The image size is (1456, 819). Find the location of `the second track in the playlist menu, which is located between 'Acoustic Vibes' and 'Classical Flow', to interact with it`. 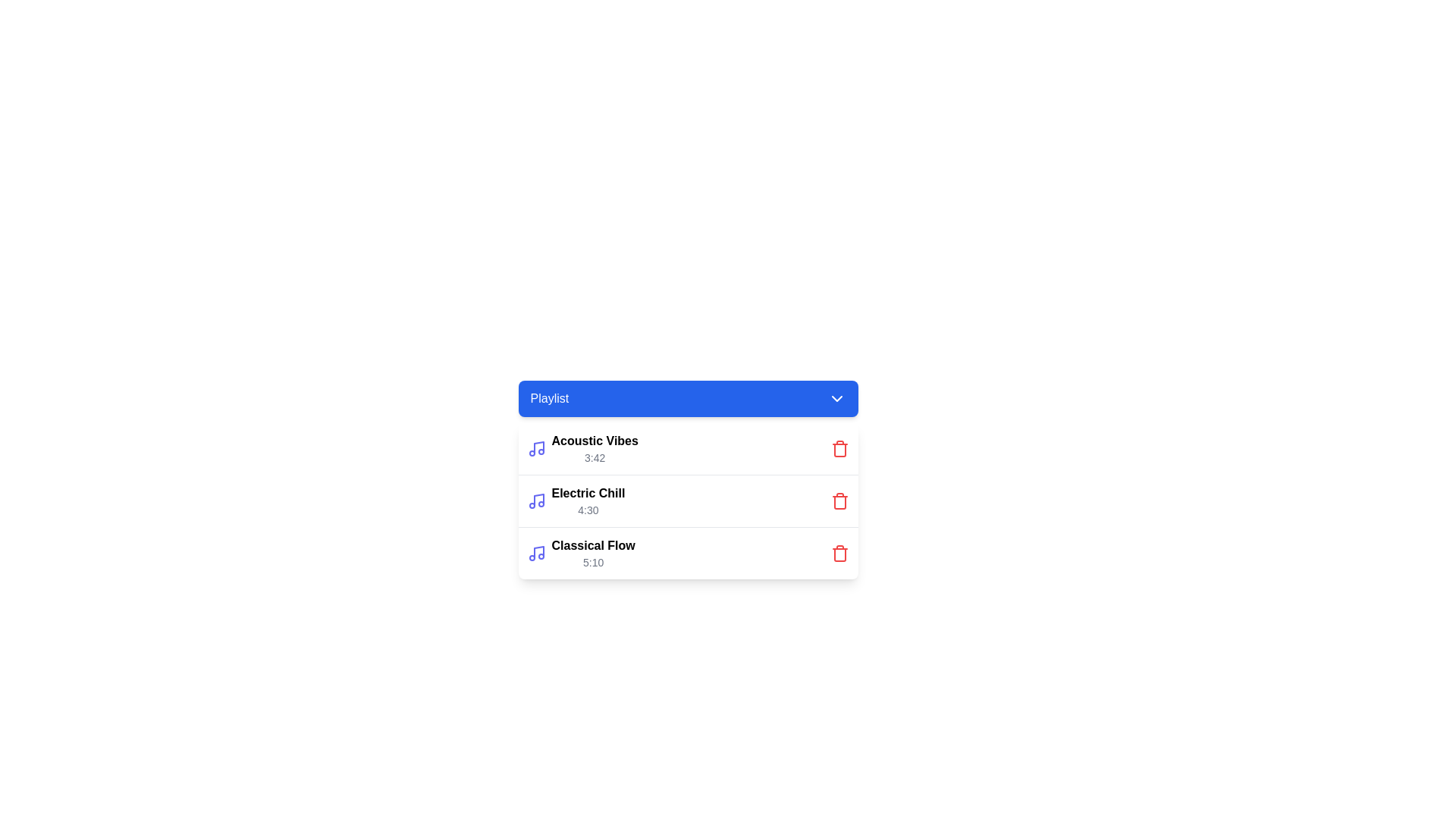

the second track in the playlist menu, which is located between 'Acoustic Vibes' and 'Classical Flow', to interact with it is located at coordinates (687, 500).